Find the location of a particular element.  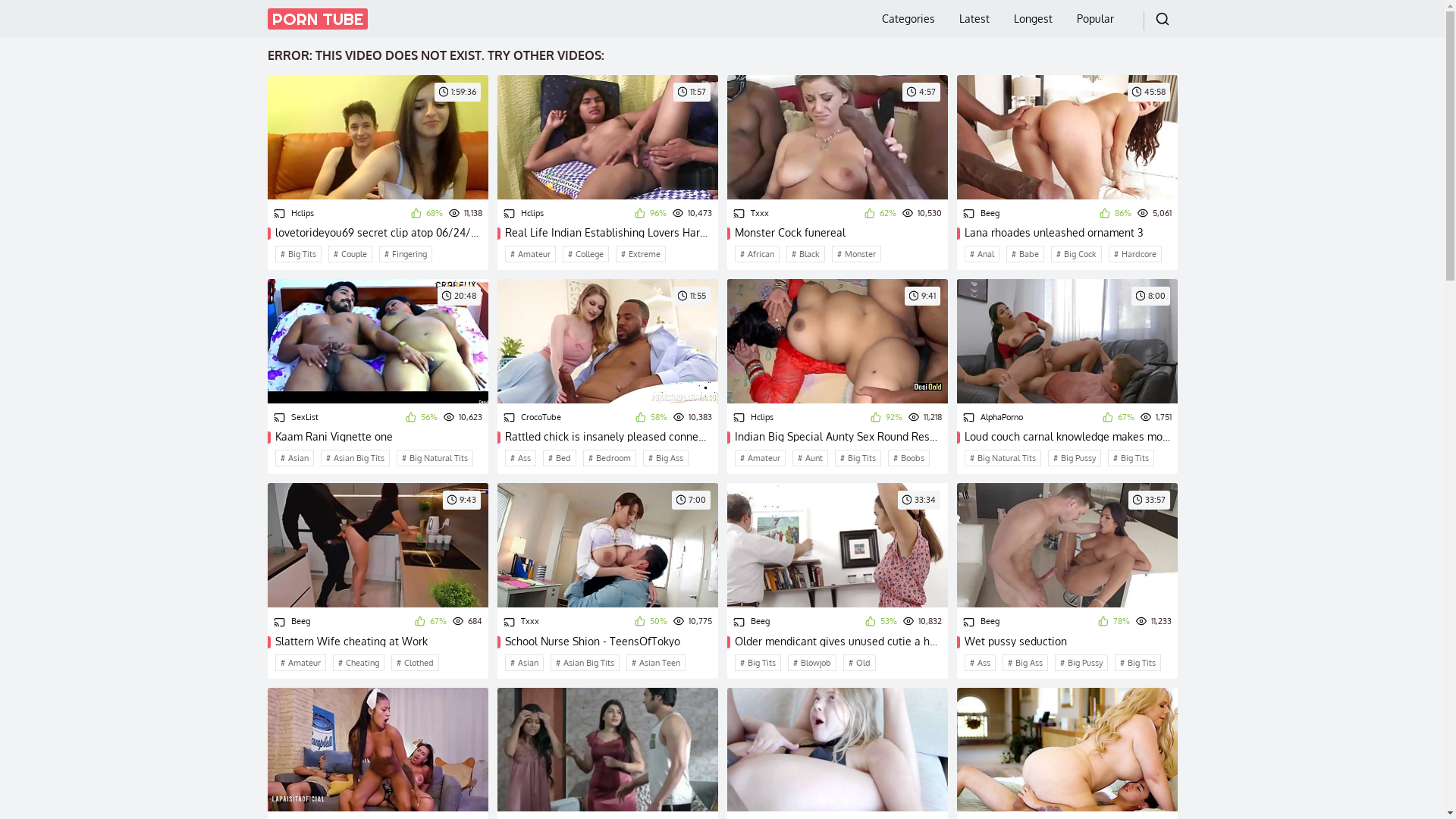

'Wet pussy seduction' is located at coordinates (1066, 641).